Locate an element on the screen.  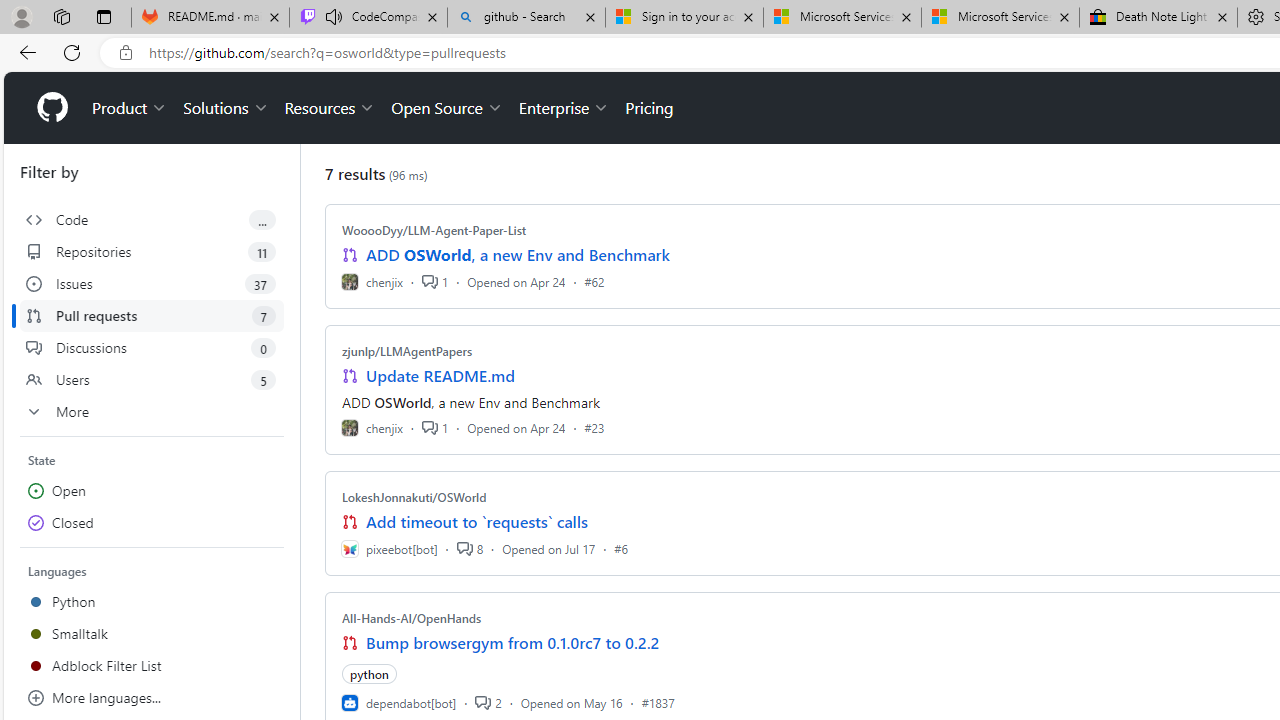
'zjunlp/LLMAgentPapers' is located at coordinates (406, 350).